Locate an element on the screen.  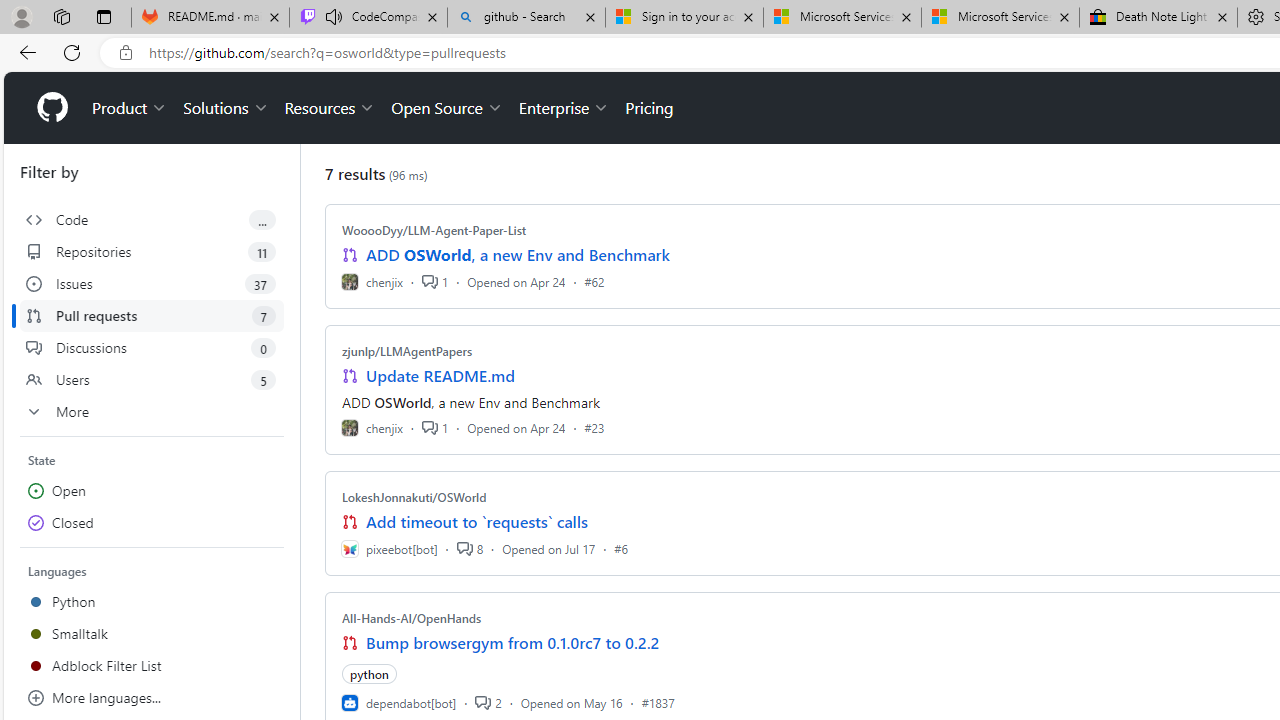
'zjunlp/LLMAgentPapers' is located at coordinates (406, 350).